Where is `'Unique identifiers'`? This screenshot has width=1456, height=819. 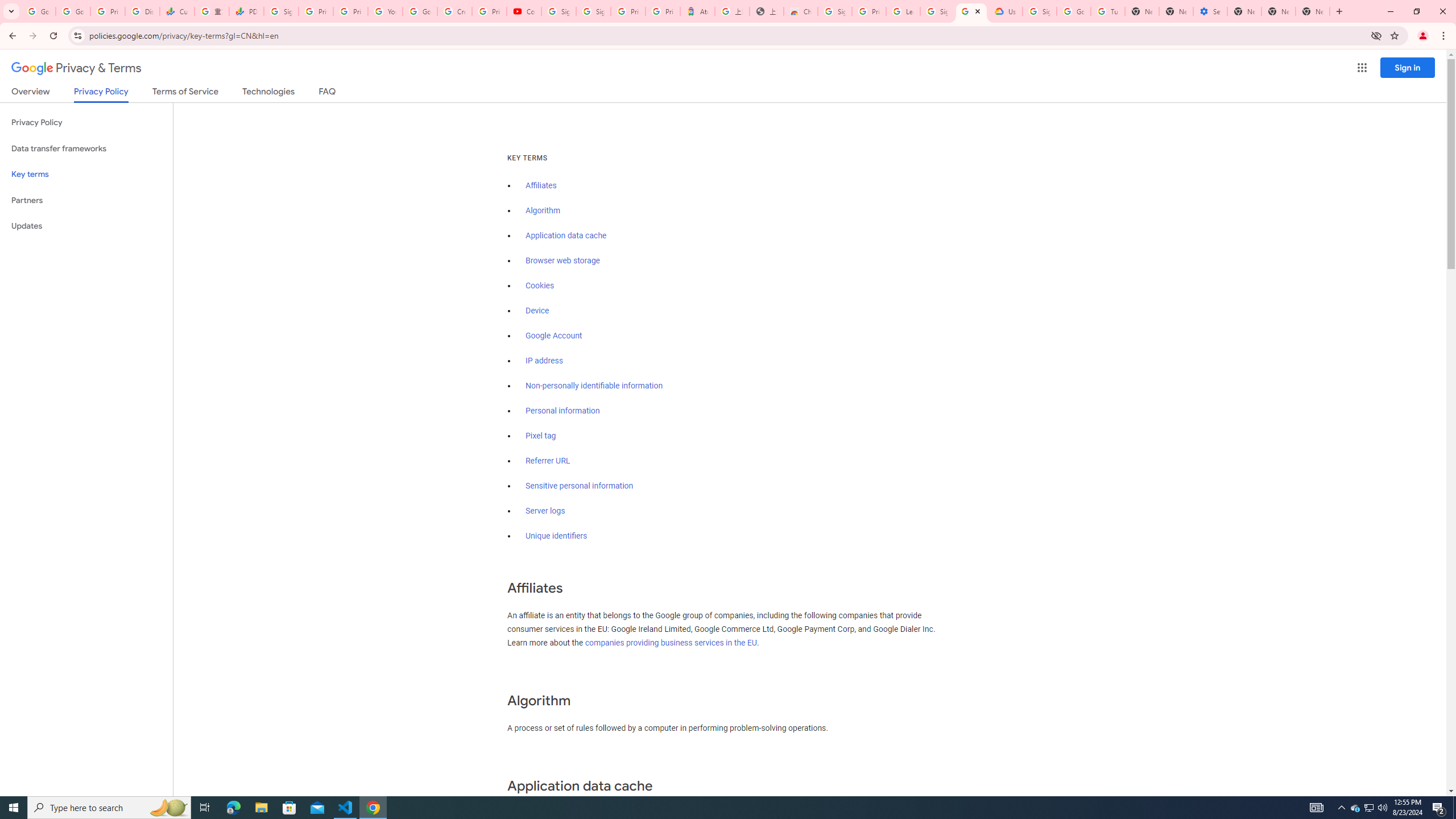
'Unique identifiers' is located at coordinates (556, 536).